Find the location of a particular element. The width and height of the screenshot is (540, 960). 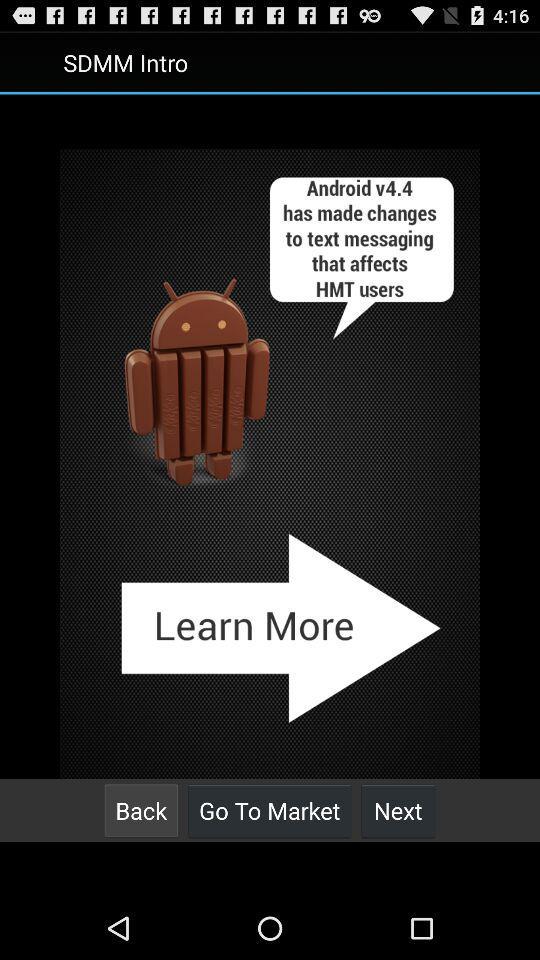

item next to back button is located at coordinates (269, 810).